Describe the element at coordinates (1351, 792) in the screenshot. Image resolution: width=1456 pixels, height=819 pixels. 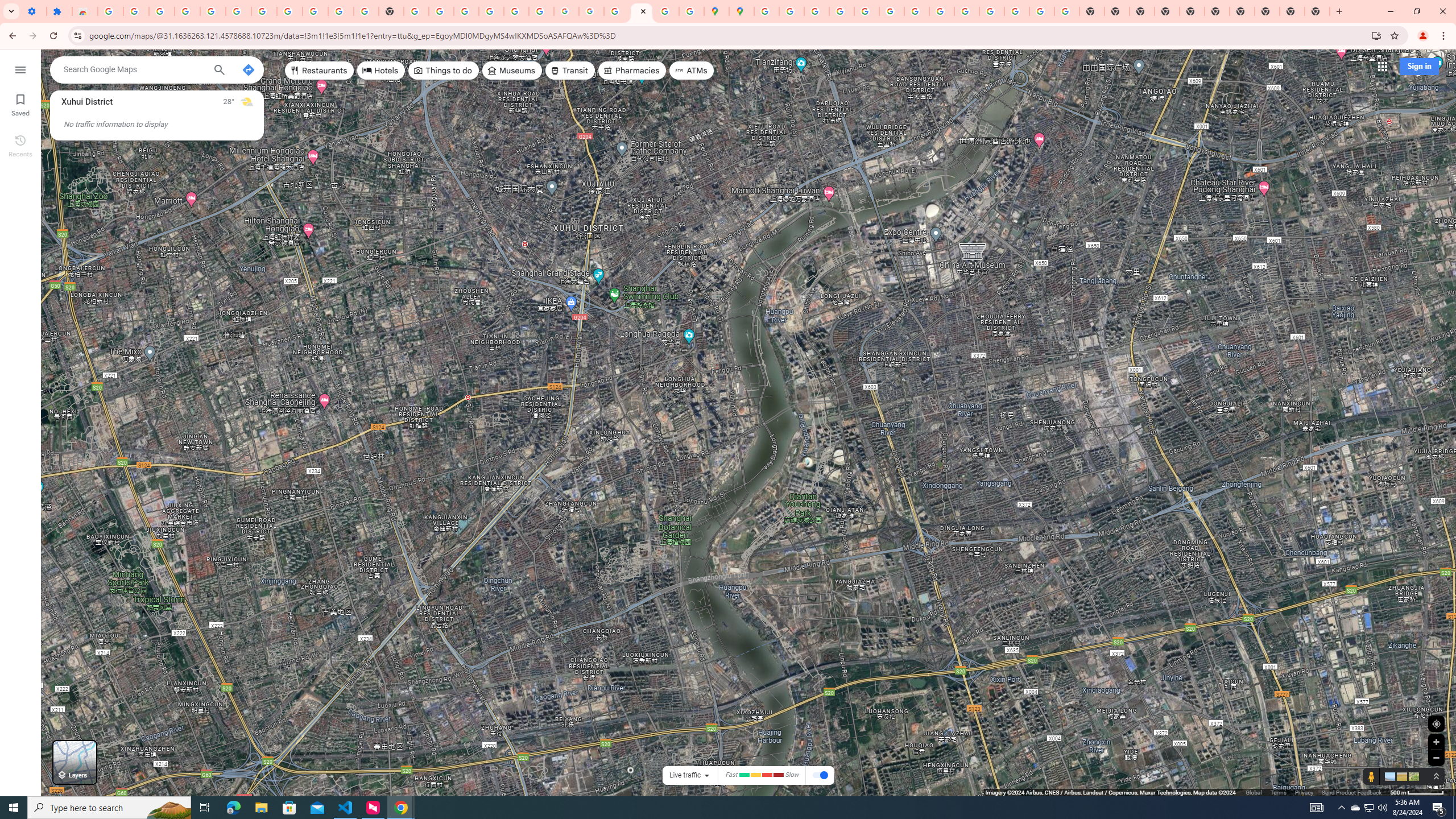
I see `'Send Product Feedback'` at that location.